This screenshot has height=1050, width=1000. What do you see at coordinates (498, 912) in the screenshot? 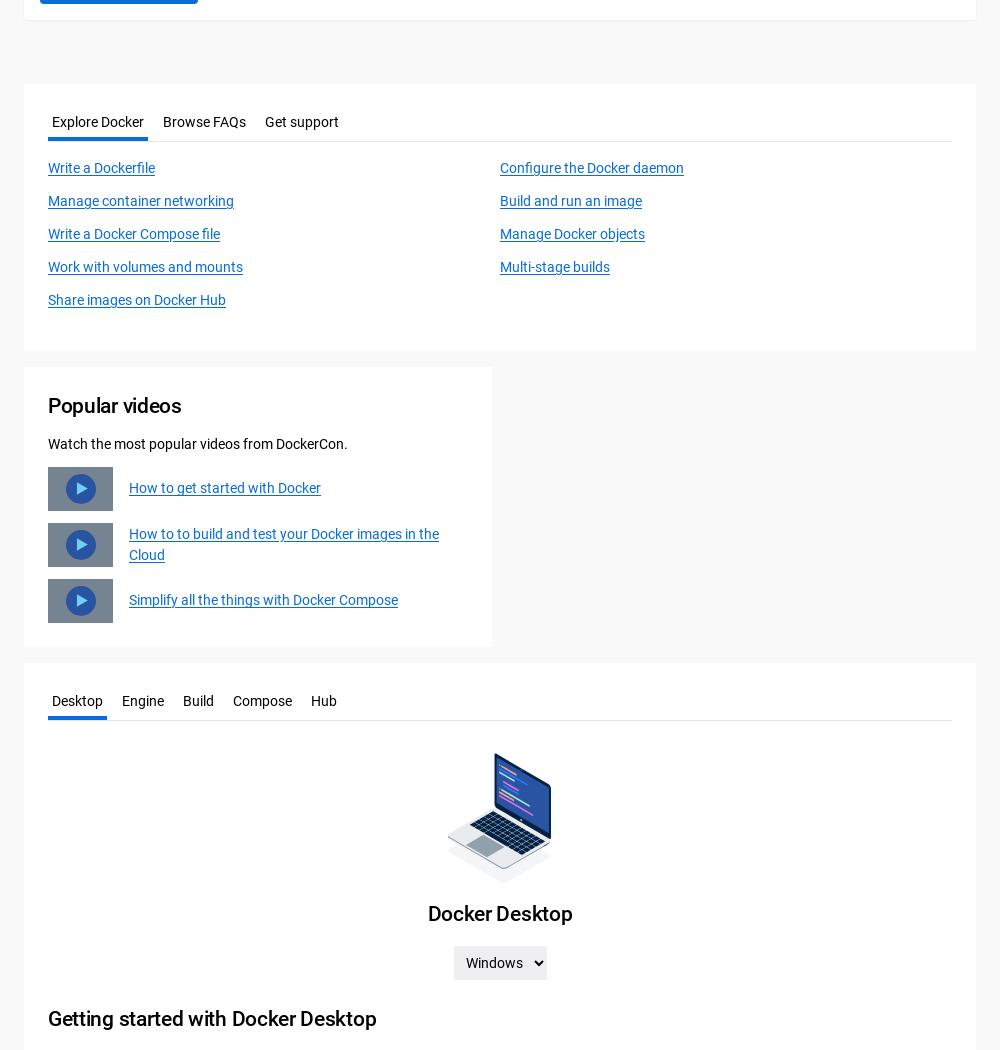
I see `'Docker Desktop'` at bounding box center [498, 912].